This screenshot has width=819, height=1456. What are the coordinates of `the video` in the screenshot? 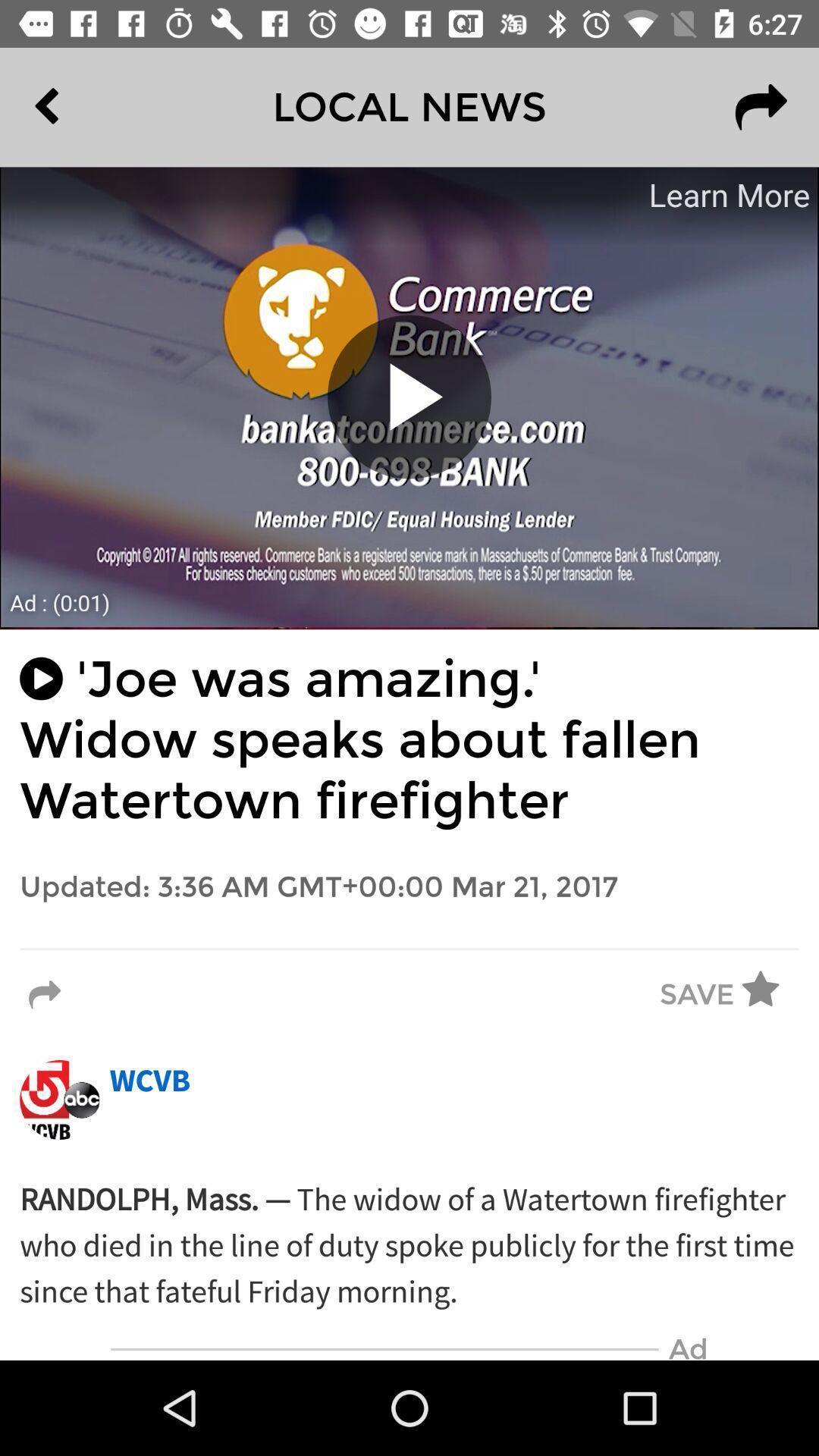 It's located at (409, 397).